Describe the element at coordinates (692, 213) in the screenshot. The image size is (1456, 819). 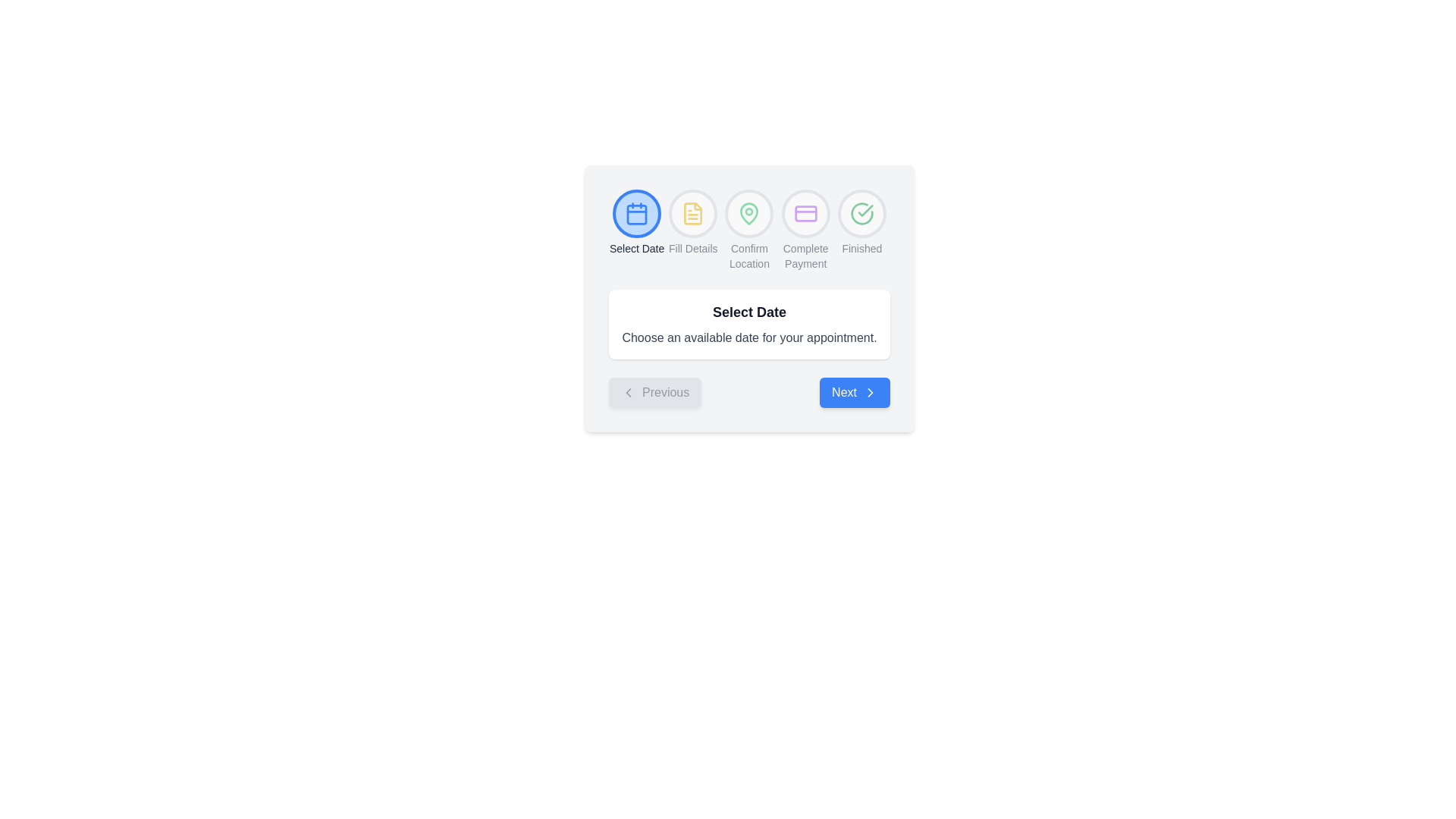
I see `the circular icon with a white background and yellow document icon` at that location.